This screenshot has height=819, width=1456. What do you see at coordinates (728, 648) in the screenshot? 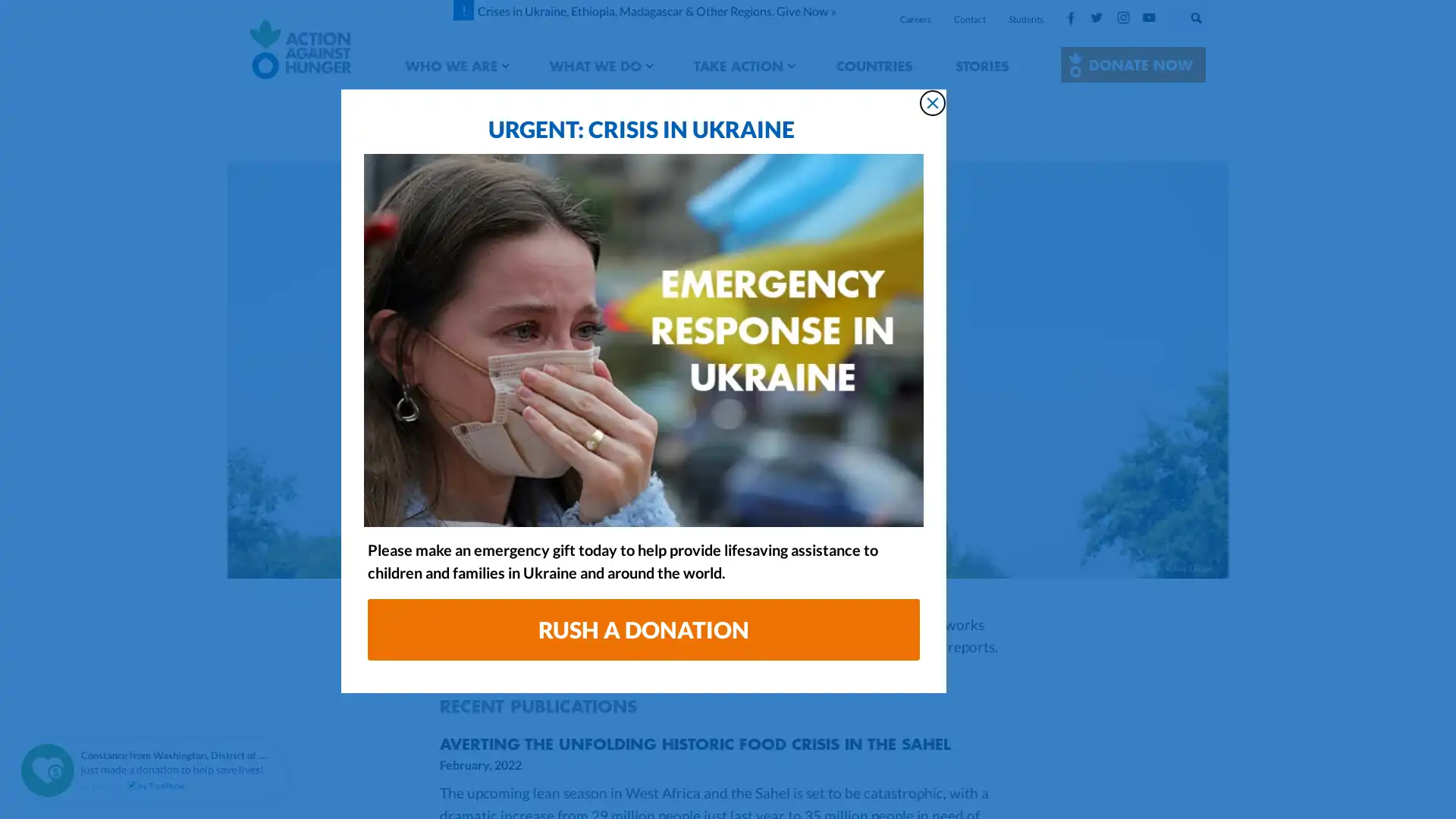
I see `RUSH A DONATION` at bounding box center [728, 648].